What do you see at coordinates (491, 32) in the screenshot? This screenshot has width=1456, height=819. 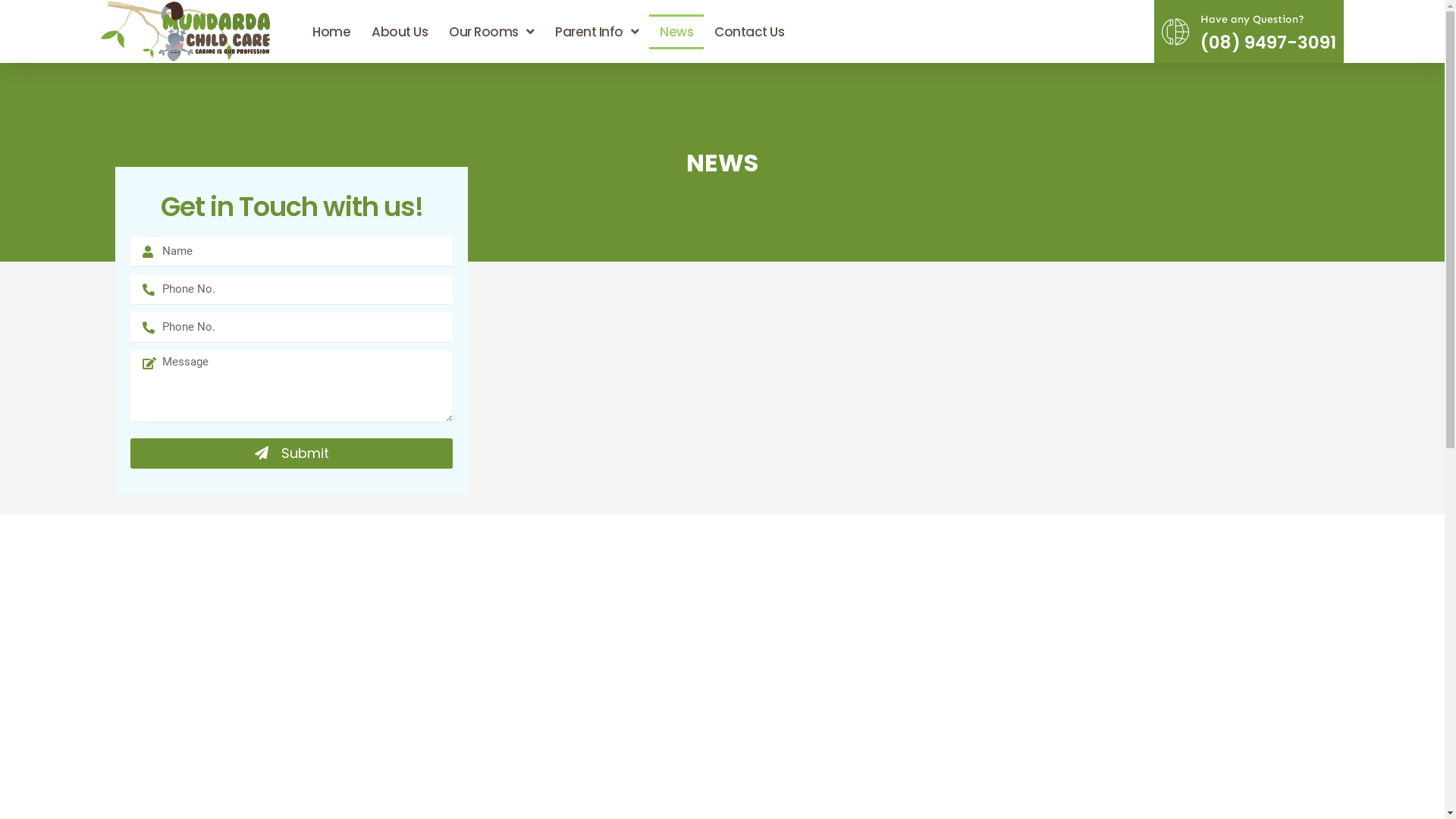 I see `'Our Rooms'` at bounding box center [491, 32].